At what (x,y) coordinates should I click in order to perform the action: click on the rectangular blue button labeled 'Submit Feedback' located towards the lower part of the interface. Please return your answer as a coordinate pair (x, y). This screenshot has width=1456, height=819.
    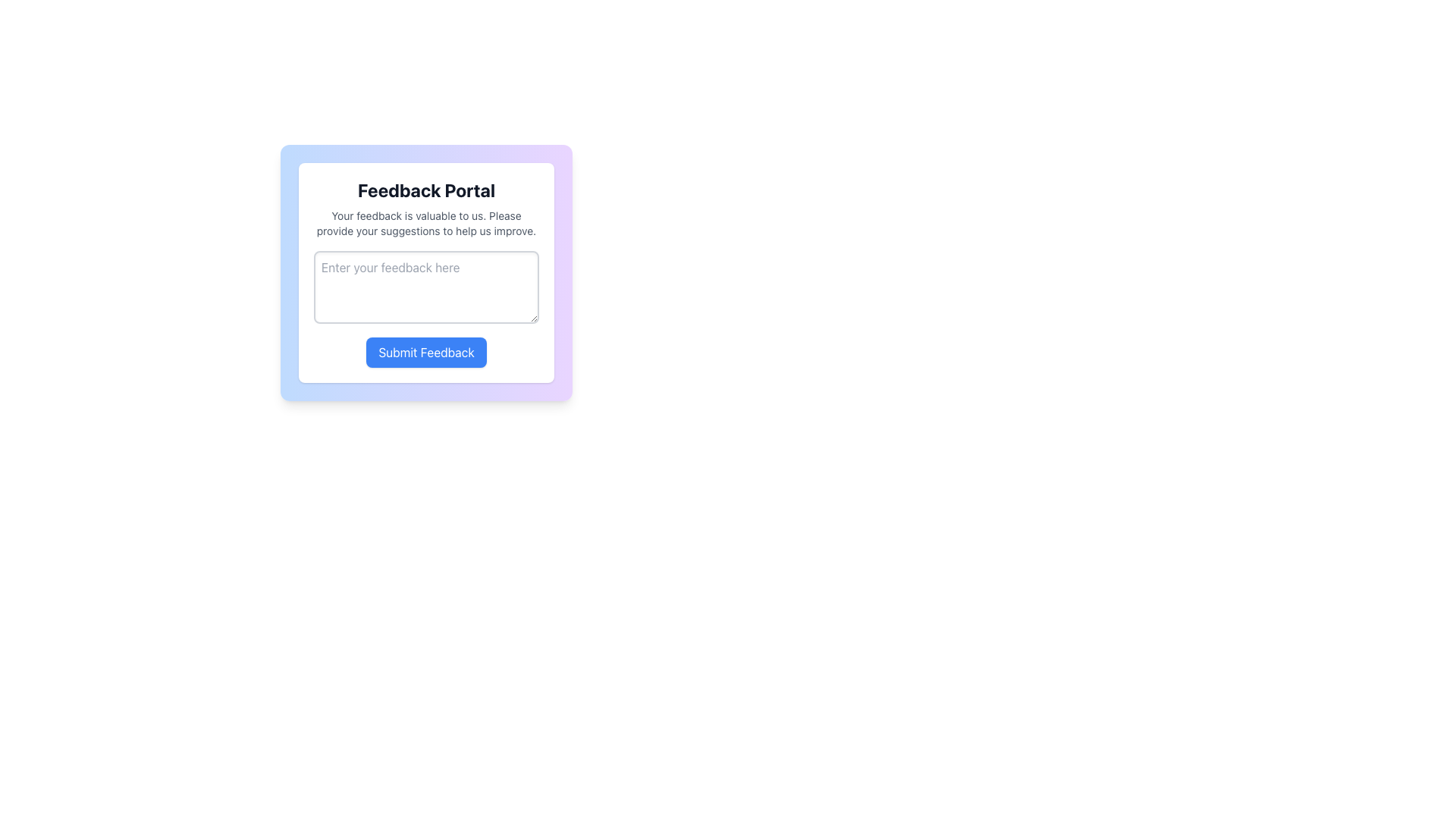
    Looking at the image, I should click on (425, 353).